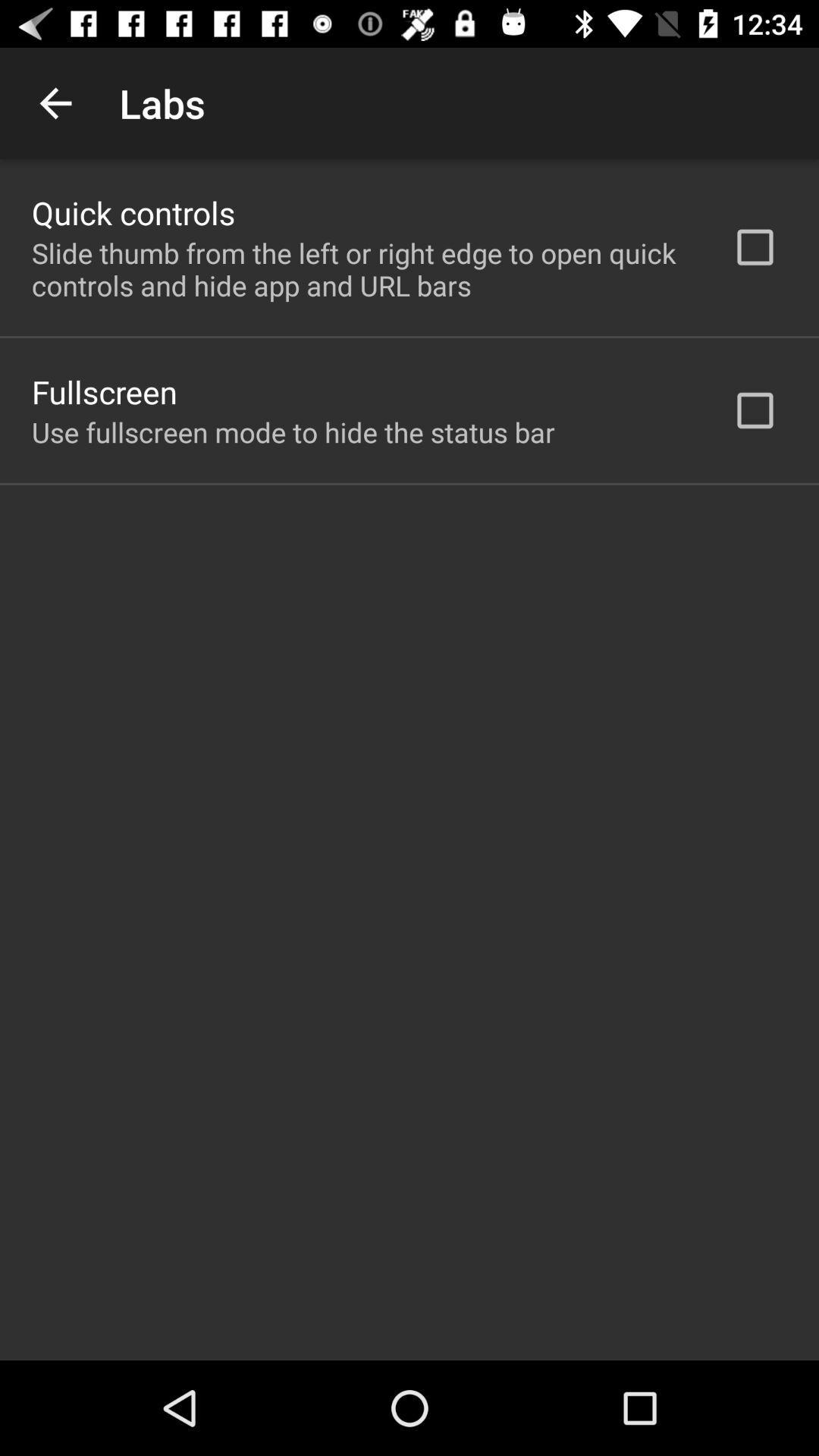 This screenshot has width=819, height=1456. Describe the element at coordinates (55, 102) in the screenshot. I see `the icon to the left of the labs app` at that location.